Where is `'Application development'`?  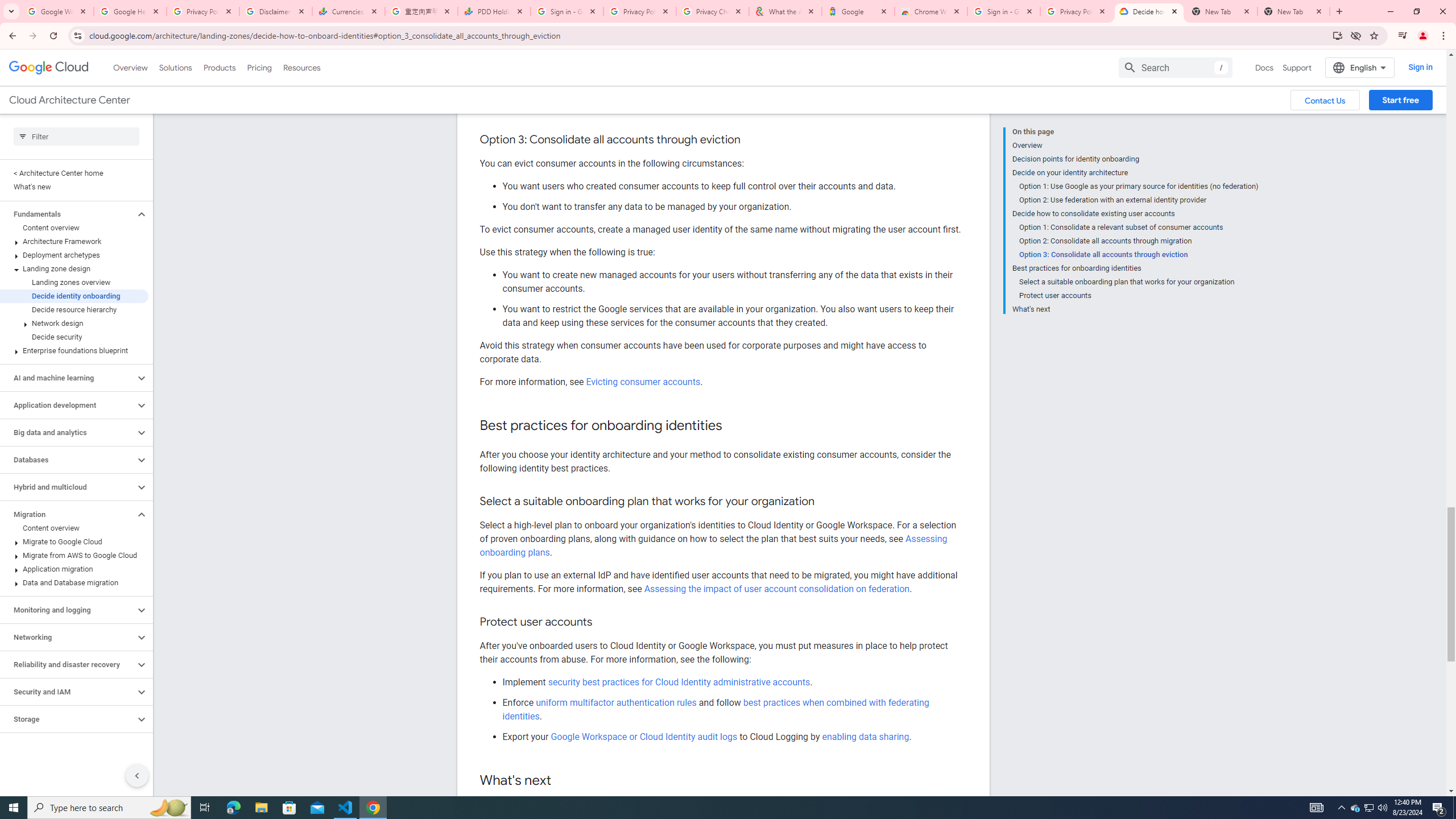 'Application development' is located at coordinates (67, 405).